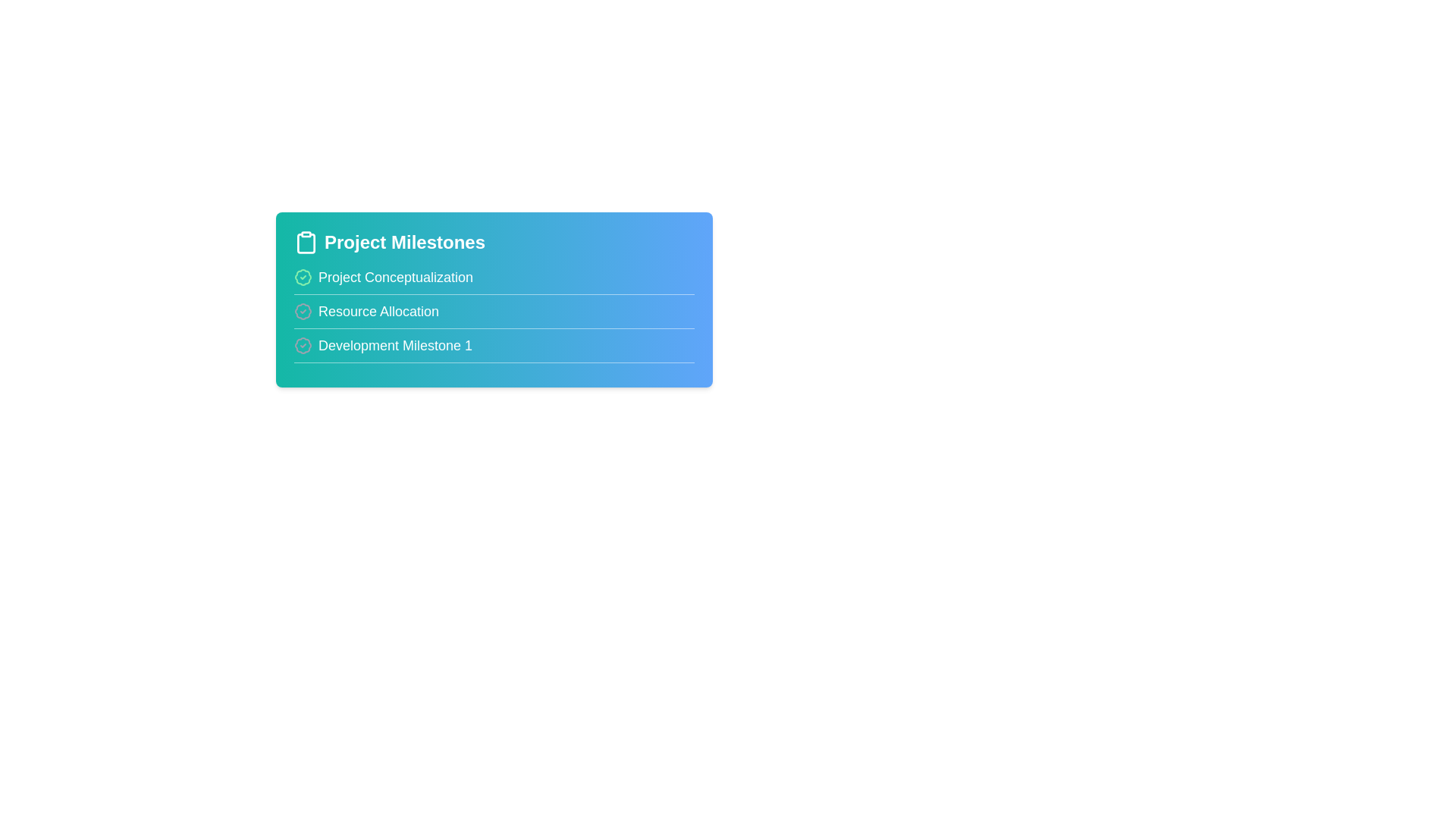 Image resolution: width=1456 pixels, height=819 pixels. I want to click on the clipboard icon to copy milestone data, so click(305, 242).